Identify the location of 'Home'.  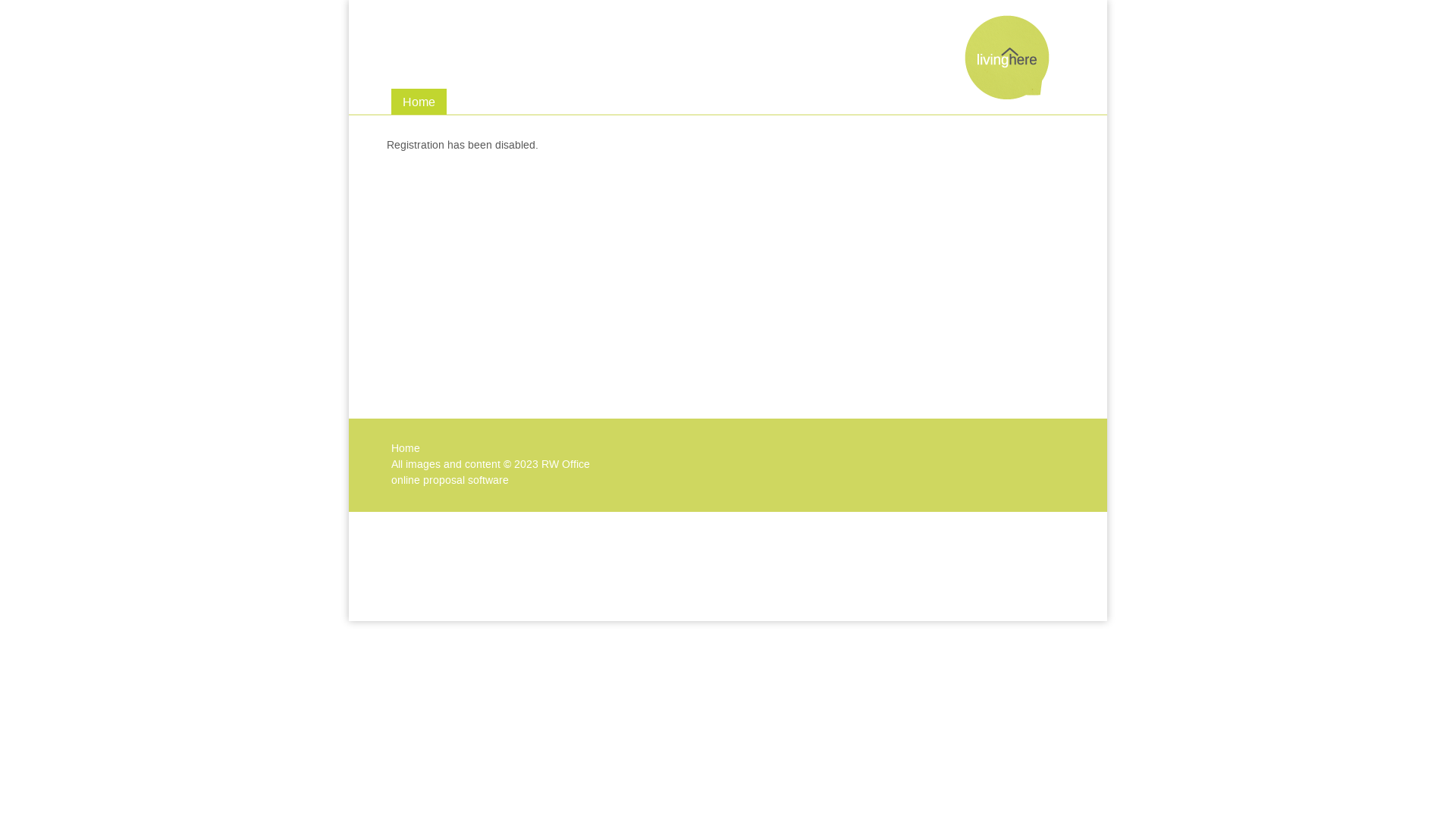
(405, 447).